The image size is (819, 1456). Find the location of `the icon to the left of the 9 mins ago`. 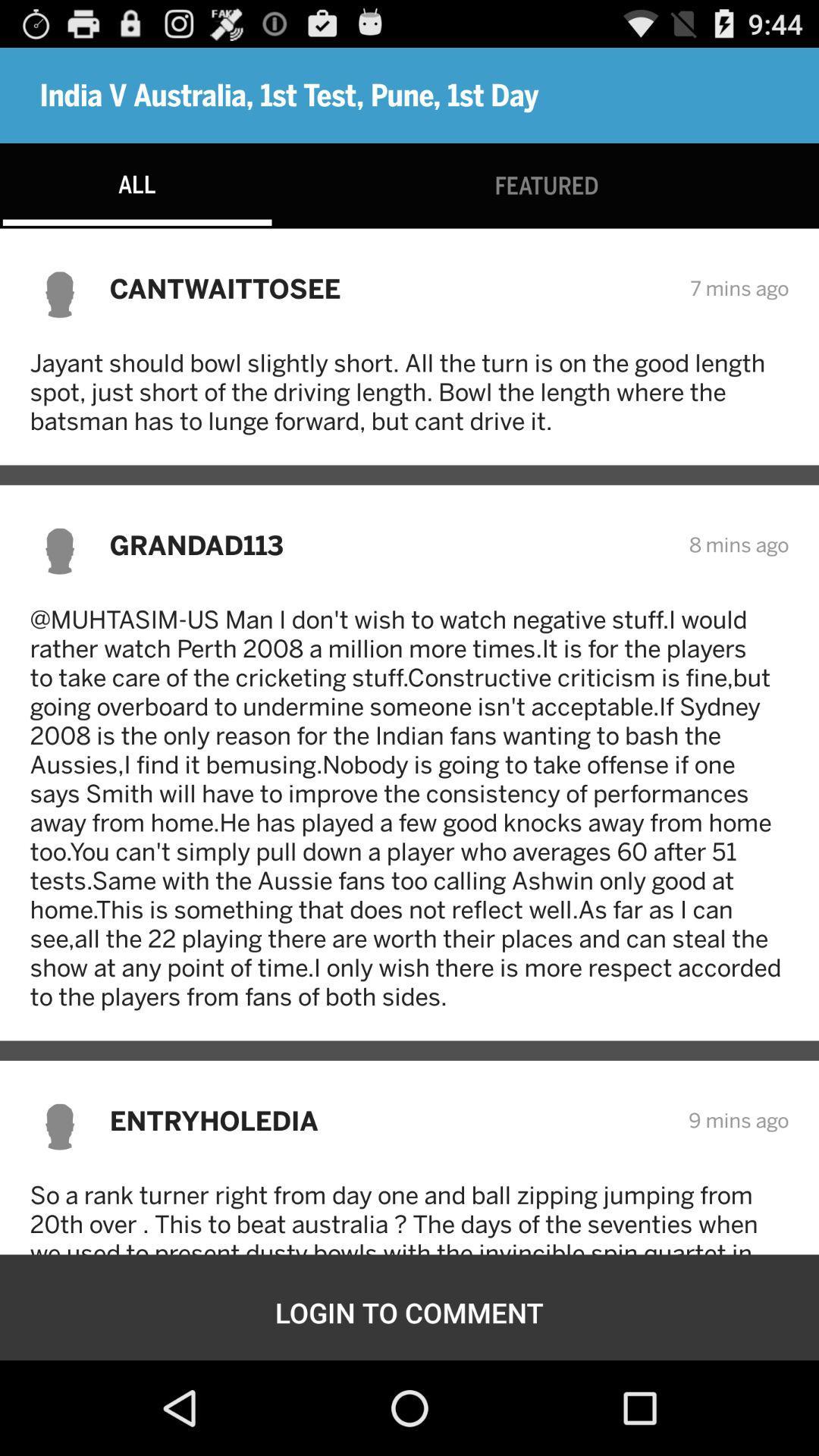

the icon to the left of the 9 mins ago is located at coordinates (388, 1120).